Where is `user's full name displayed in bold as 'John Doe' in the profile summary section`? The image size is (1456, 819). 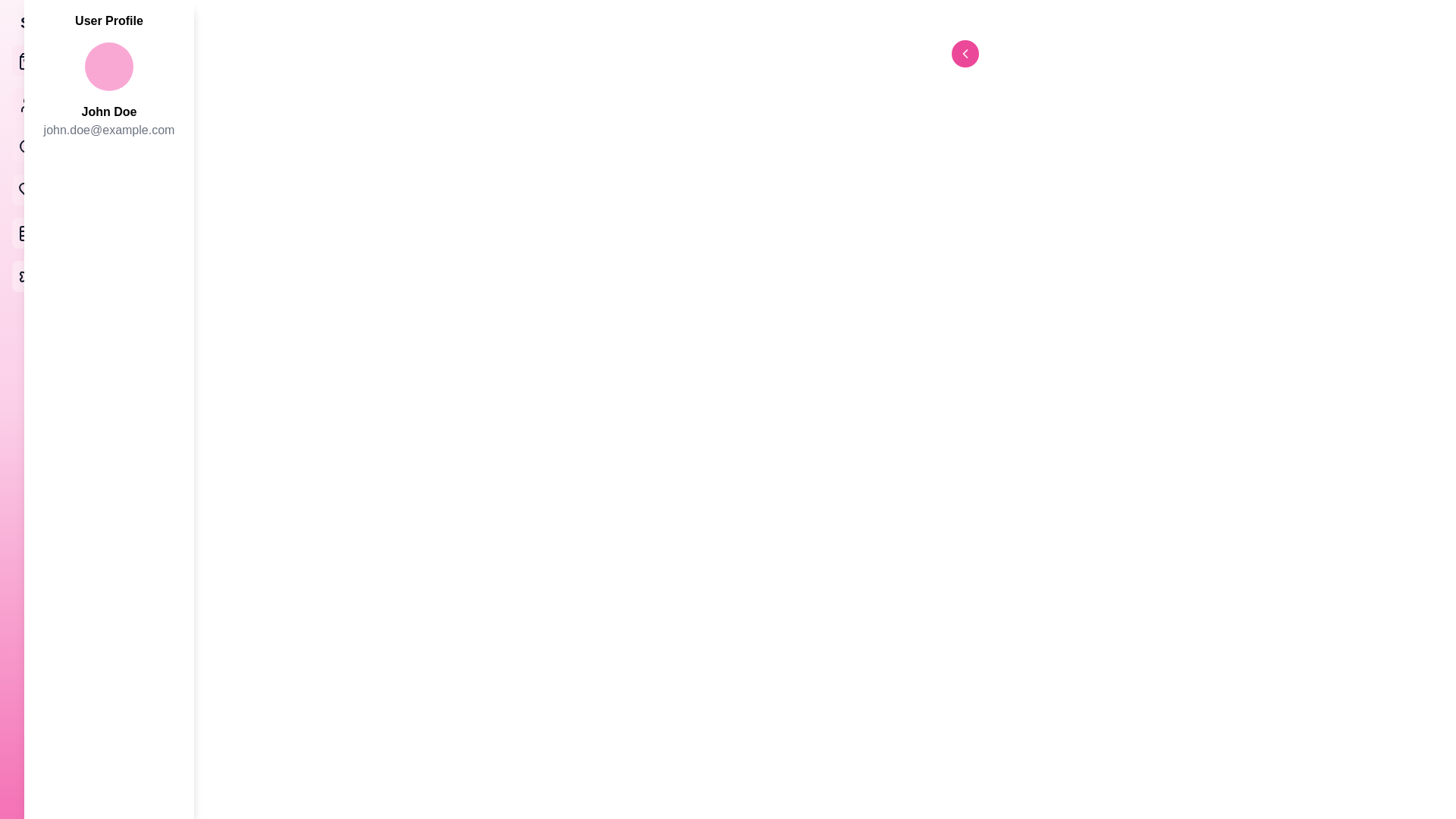 user's full name displayed in bold as 'John Doe' in the profile summary section is located at coordinates (108, 111).